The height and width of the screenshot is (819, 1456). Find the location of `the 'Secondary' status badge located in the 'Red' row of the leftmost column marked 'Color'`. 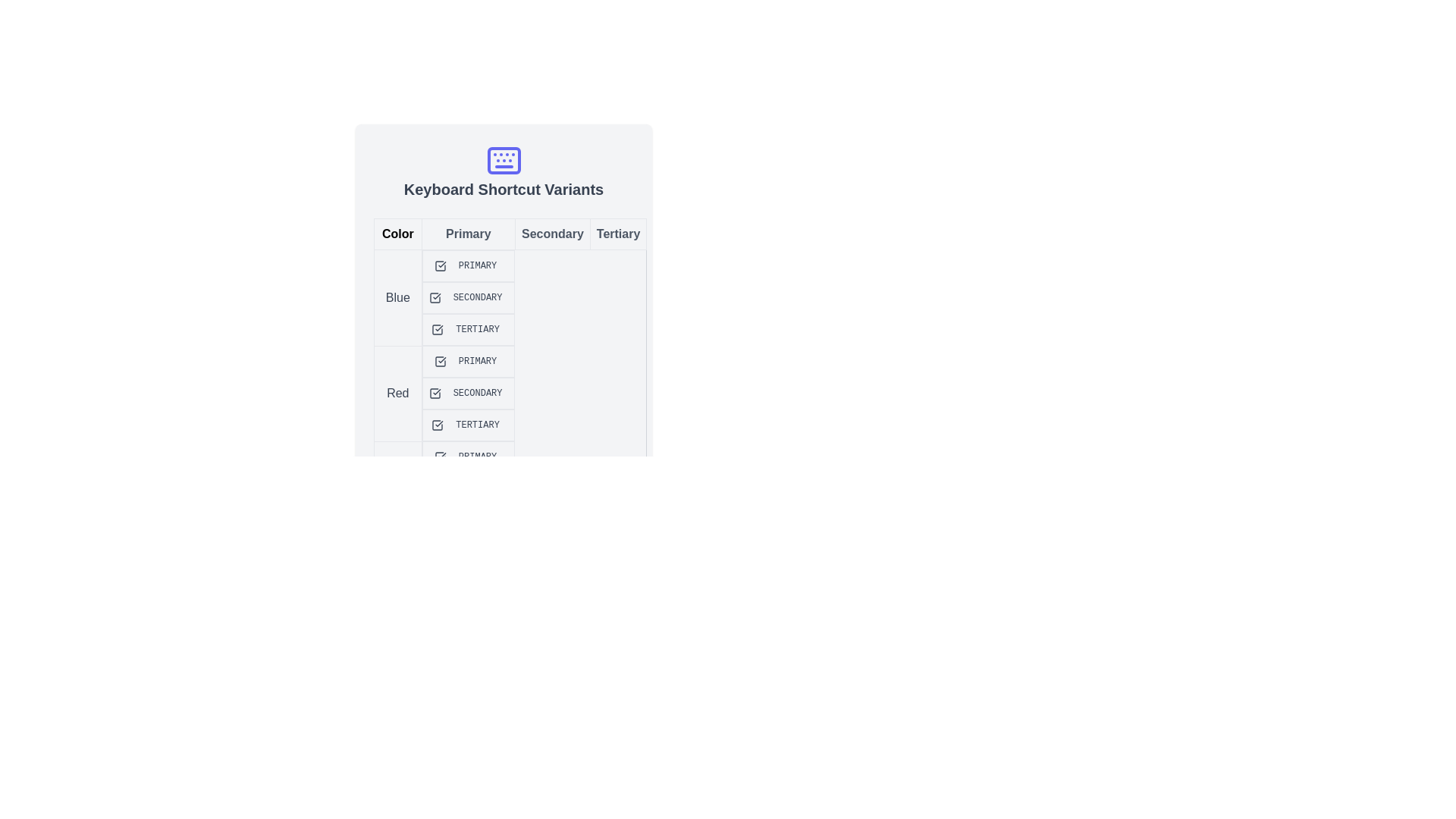

the 'Secondary' status badge located in the 'Red' row of the leftmost column marked 'Color' is located at coordinates (477, 393).